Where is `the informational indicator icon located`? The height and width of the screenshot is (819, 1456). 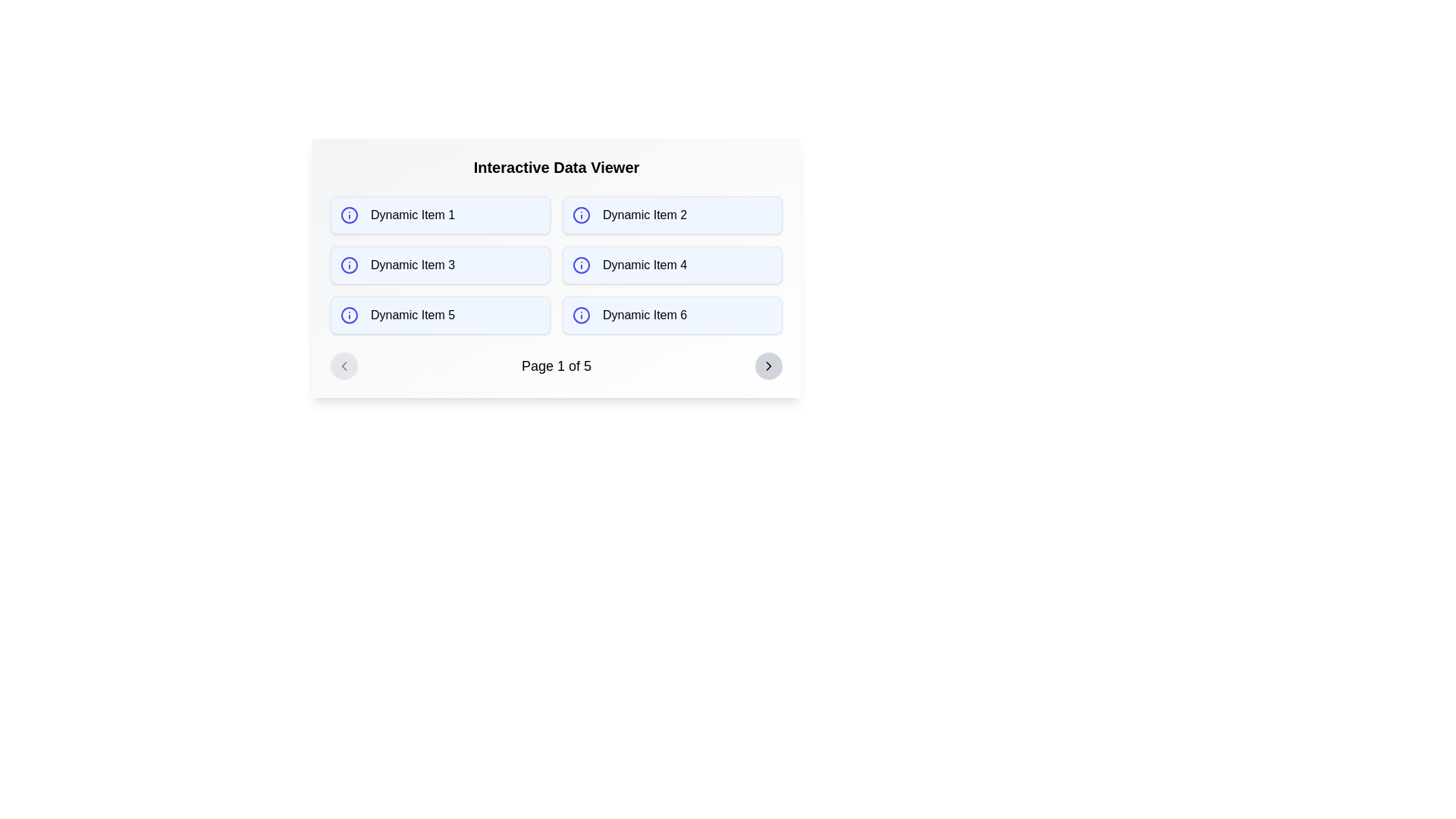
the informational indicator icon located is located at coordinates (348, 215).